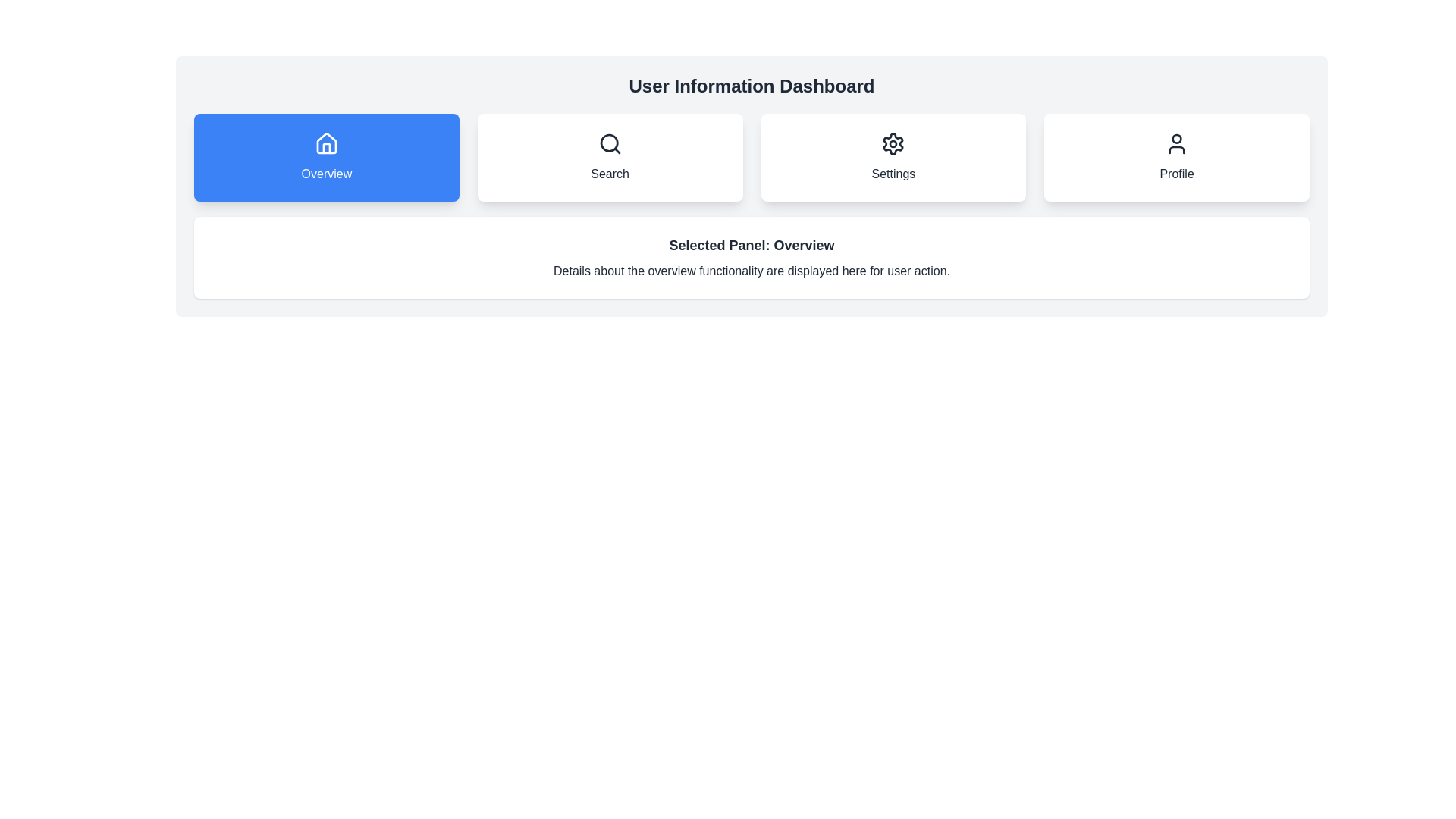 The width and height of the screenshot is (1456, 819). Describe the element at coordinates (893, 174) in the screenshot. I see `the text label located at the bottom of the 'Settings' button` at that location.